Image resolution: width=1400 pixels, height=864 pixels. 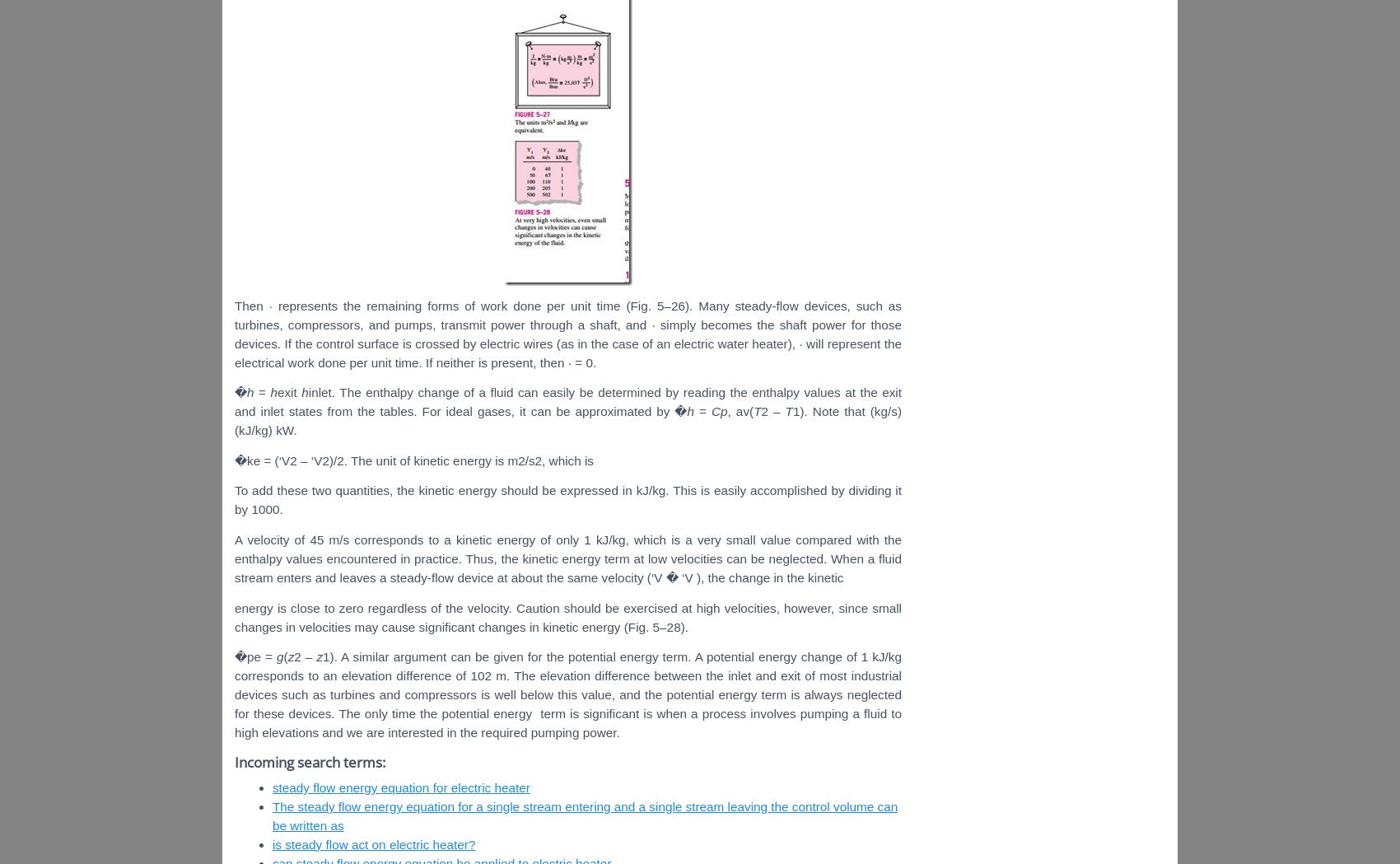 What do you see at coordinates (568, 704) in the screenshot?
I see `'always neglected for these devices. The only time the potential energy'` at bounding box center [568, 704].